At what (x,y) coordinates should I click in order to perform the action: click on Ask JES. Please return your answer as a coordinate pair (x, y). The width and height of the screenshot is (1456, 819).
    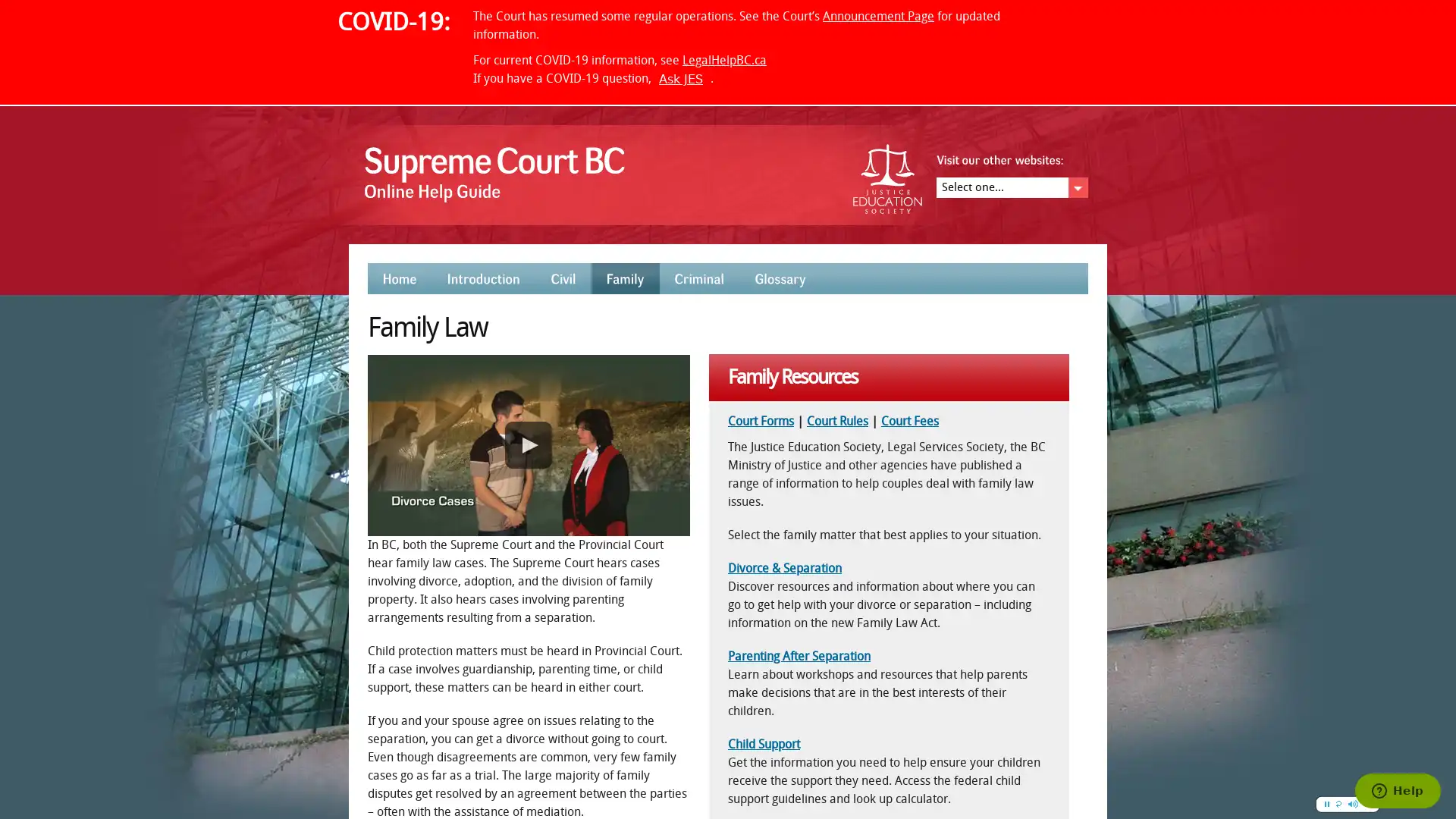
    Looking at the image, I should click on (679, 79).